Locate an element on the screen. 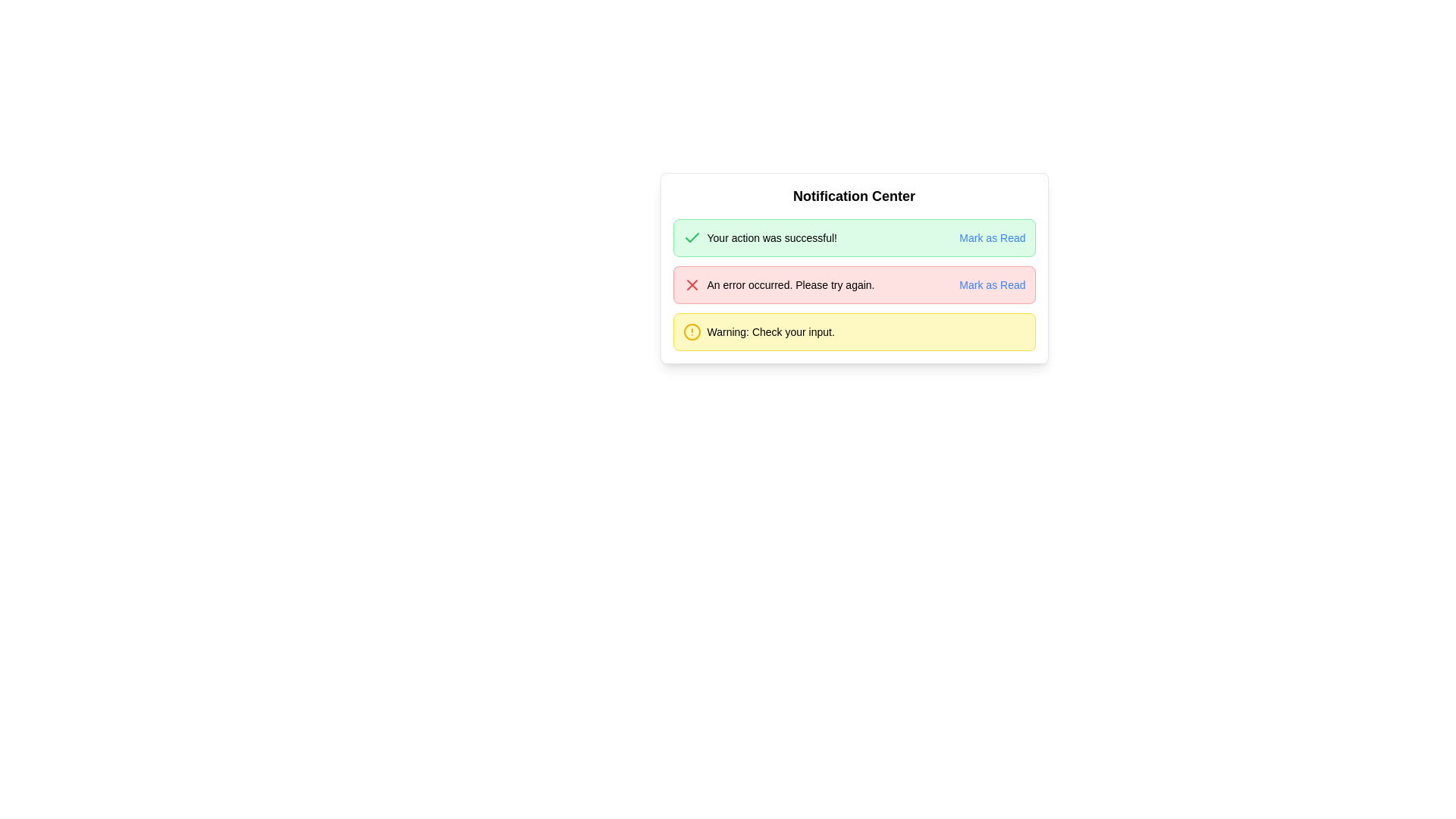 Image resolution: width=1456 pixels, height=819 pixels. the third notification in the 'Notification Center' widget, which serves as a warning notification for potentially incorrect input is located at coordinates (758, 331).